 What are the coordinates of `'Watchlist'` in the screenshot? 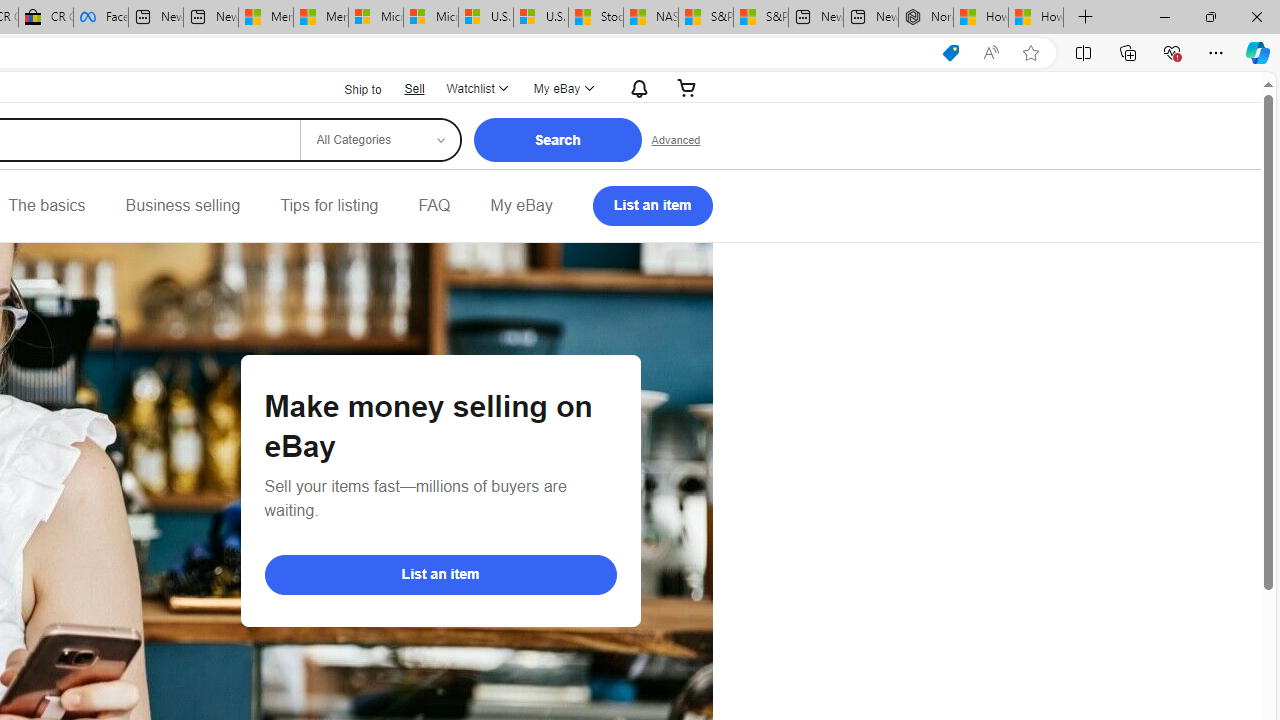 It's located at (475, 87).